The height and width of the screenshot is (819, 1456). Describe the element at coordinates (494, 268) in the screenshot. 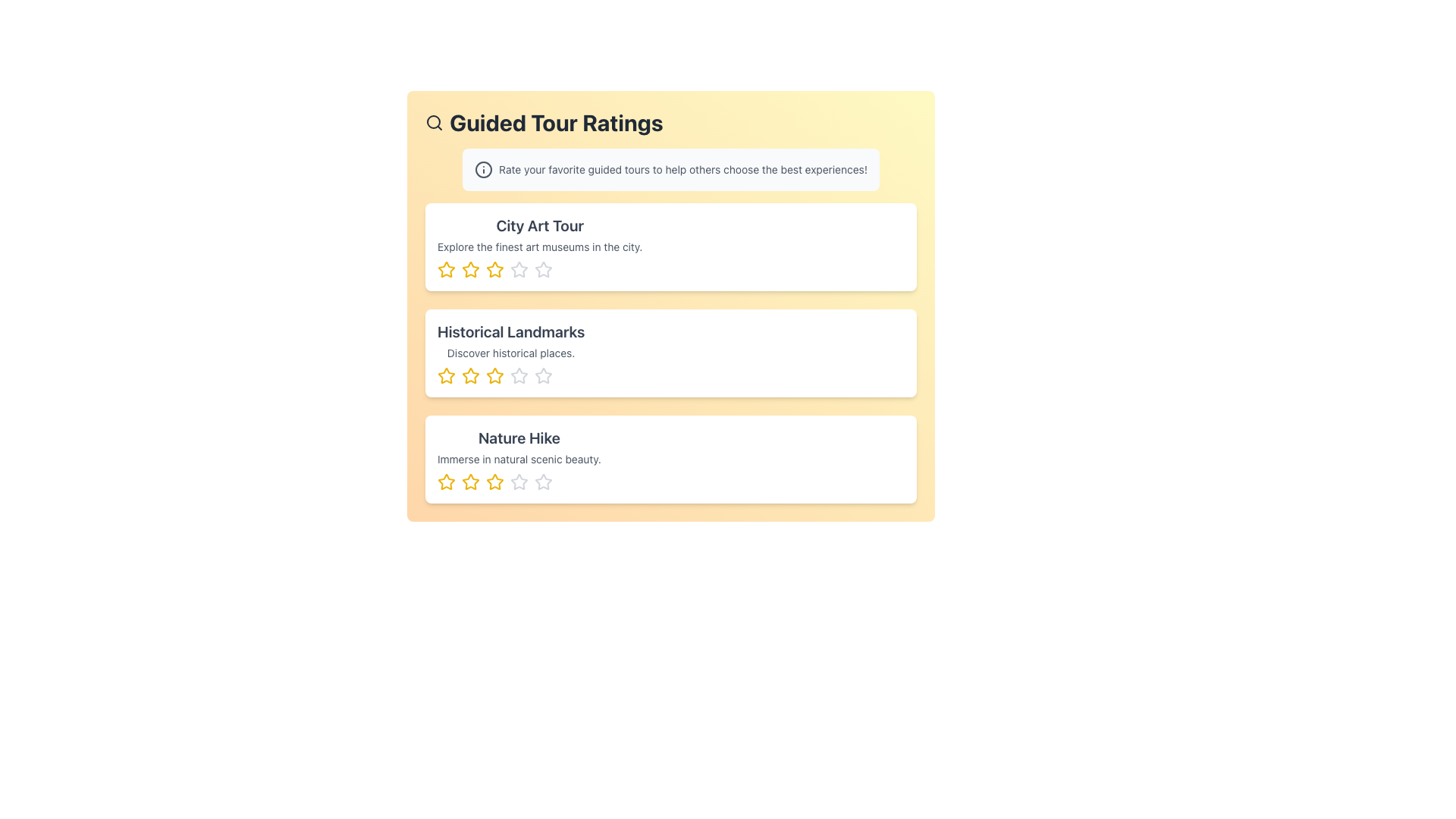

I see `the third yellow star icon in the horizontal row under the 'City Art Tour' card` at that location.